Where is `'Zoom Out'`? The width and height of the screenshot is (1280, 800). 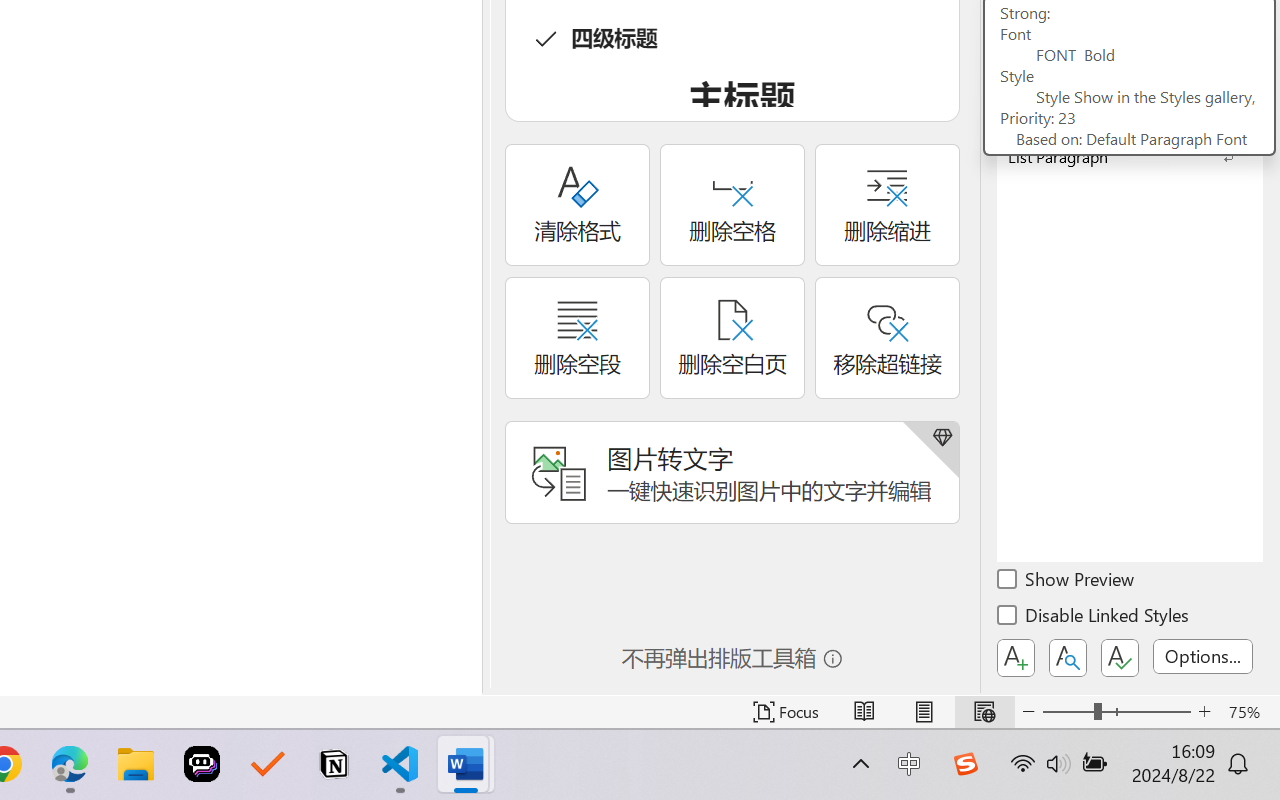 'Zoom Out' is located at coordinates (1067, 711).